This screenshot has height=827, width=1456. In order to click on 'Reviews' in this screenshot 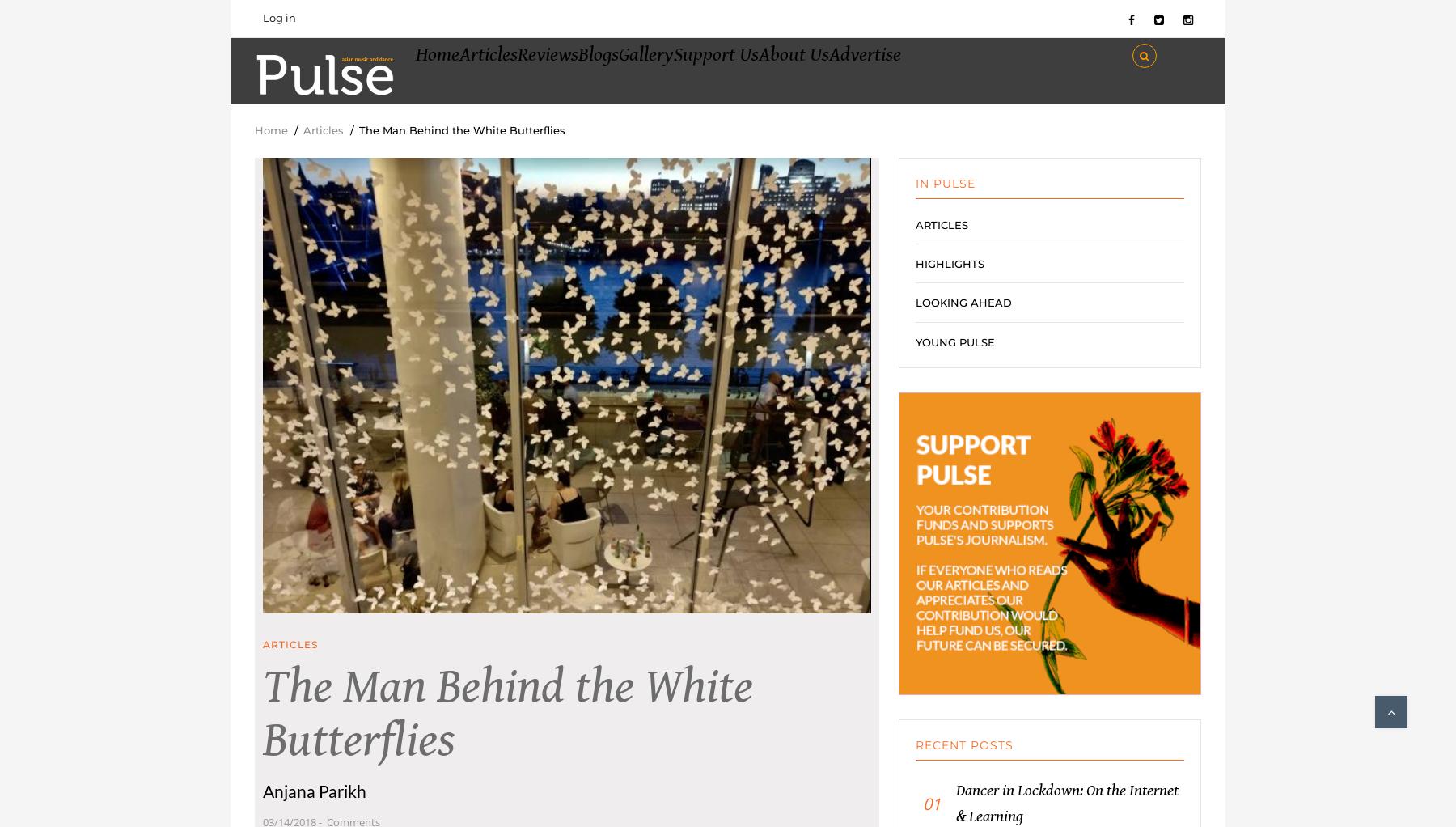, I will do `click(597, 78)`.